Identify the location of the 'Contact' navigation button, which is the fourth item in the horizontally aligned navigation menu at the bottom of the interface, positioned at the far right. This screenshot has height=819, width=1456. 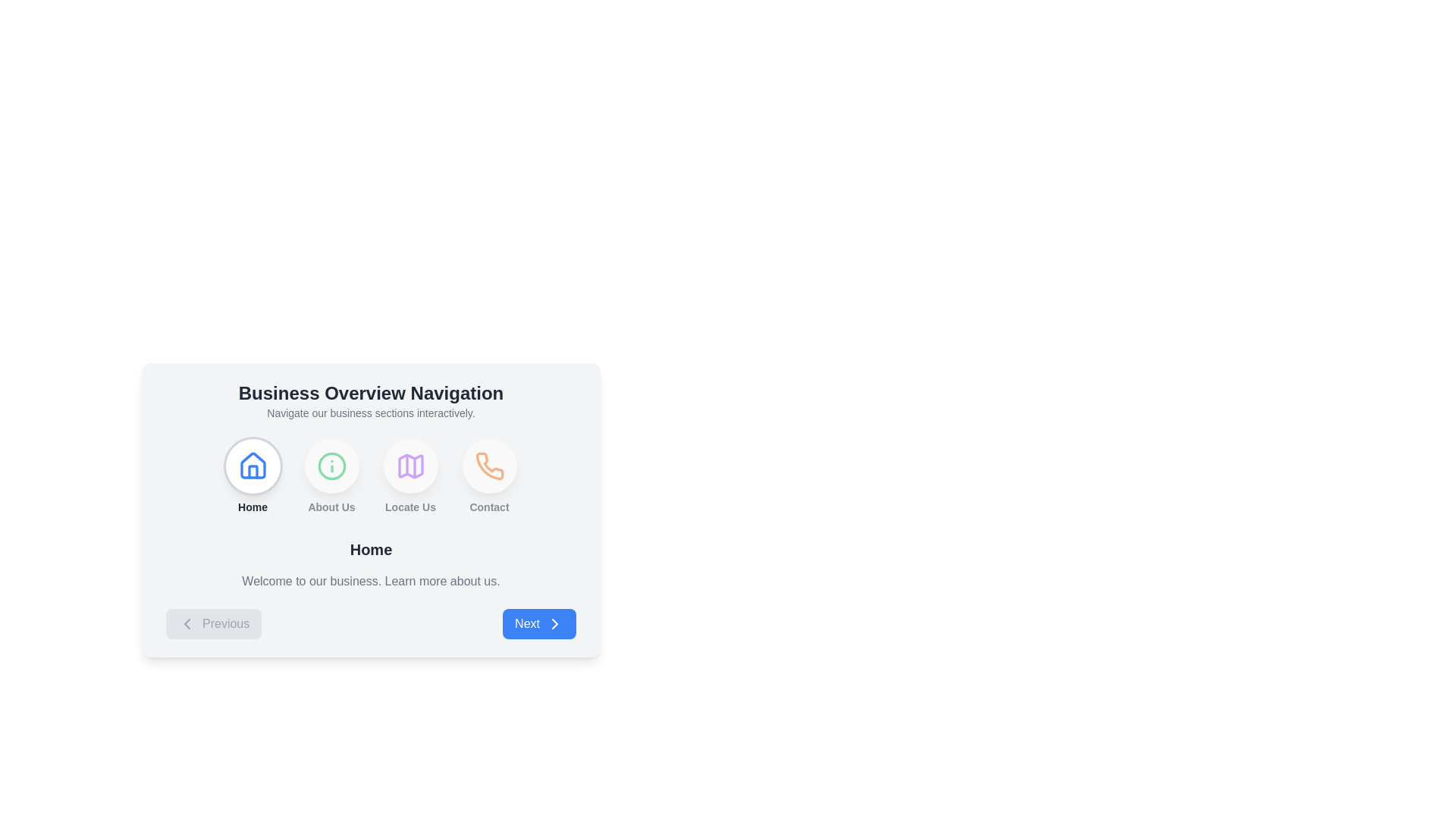
(489, 475).